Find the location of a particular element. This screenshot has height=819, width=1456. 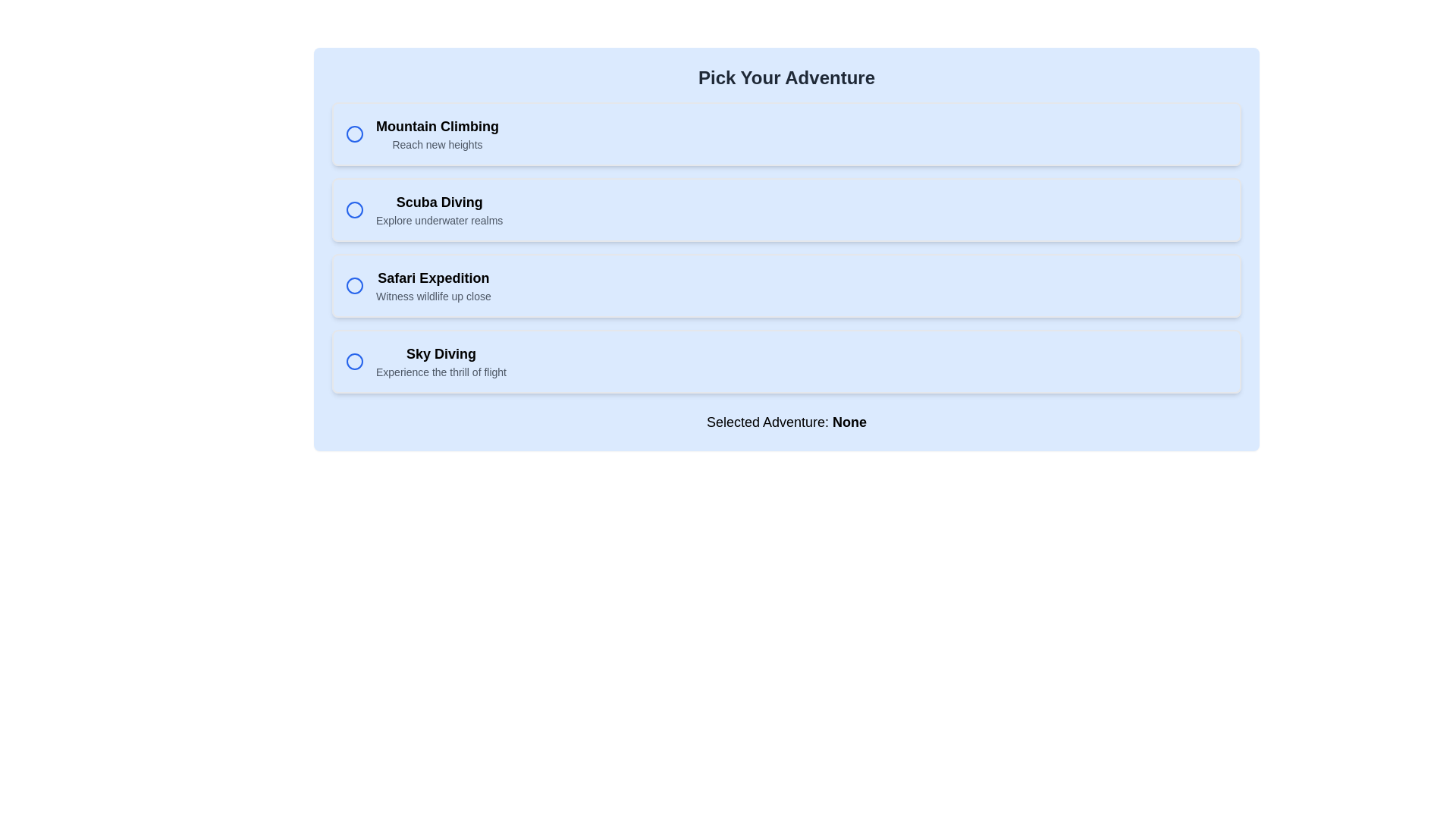

descriptive text for the 'Sky Diving' adventure option, which is located in the bottommost position of the vertical list titled 'Pick Your Adventure.' is located at coordinates (440, 362).